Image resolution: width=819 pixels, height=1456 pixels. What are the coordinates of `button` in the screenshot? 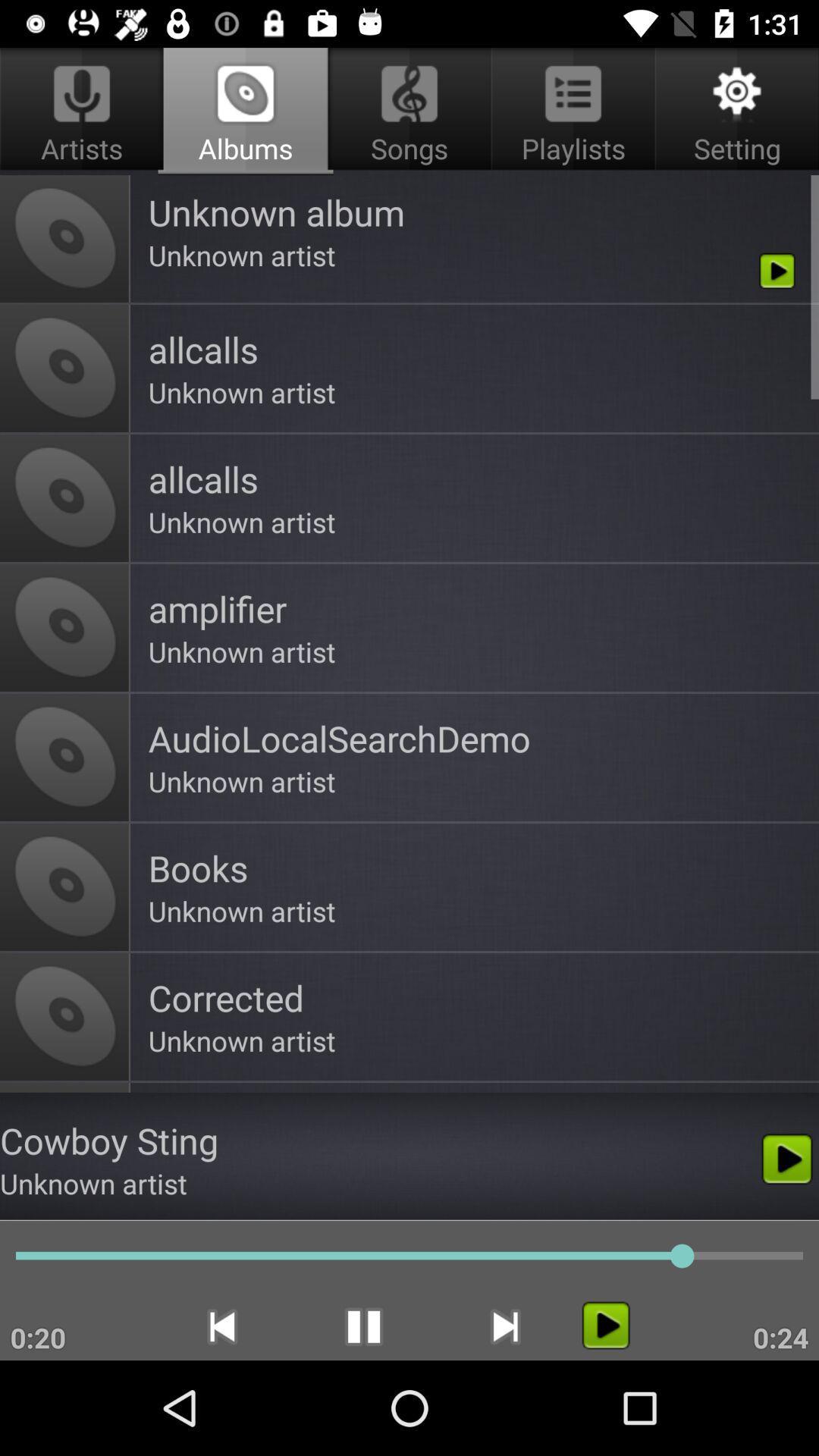 It's located at (605, 1324).